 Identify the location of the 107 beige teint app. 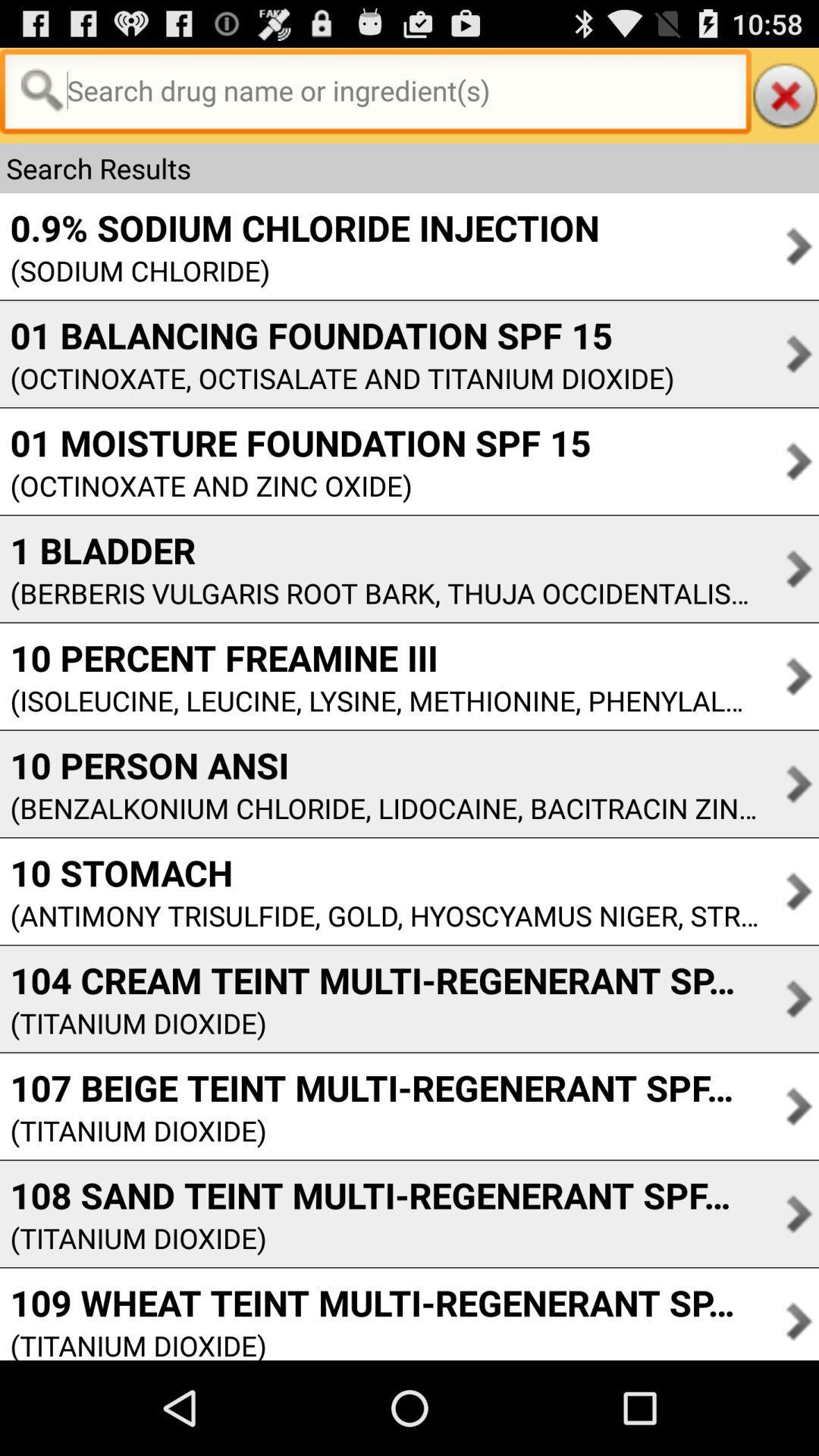
(378, 1087).